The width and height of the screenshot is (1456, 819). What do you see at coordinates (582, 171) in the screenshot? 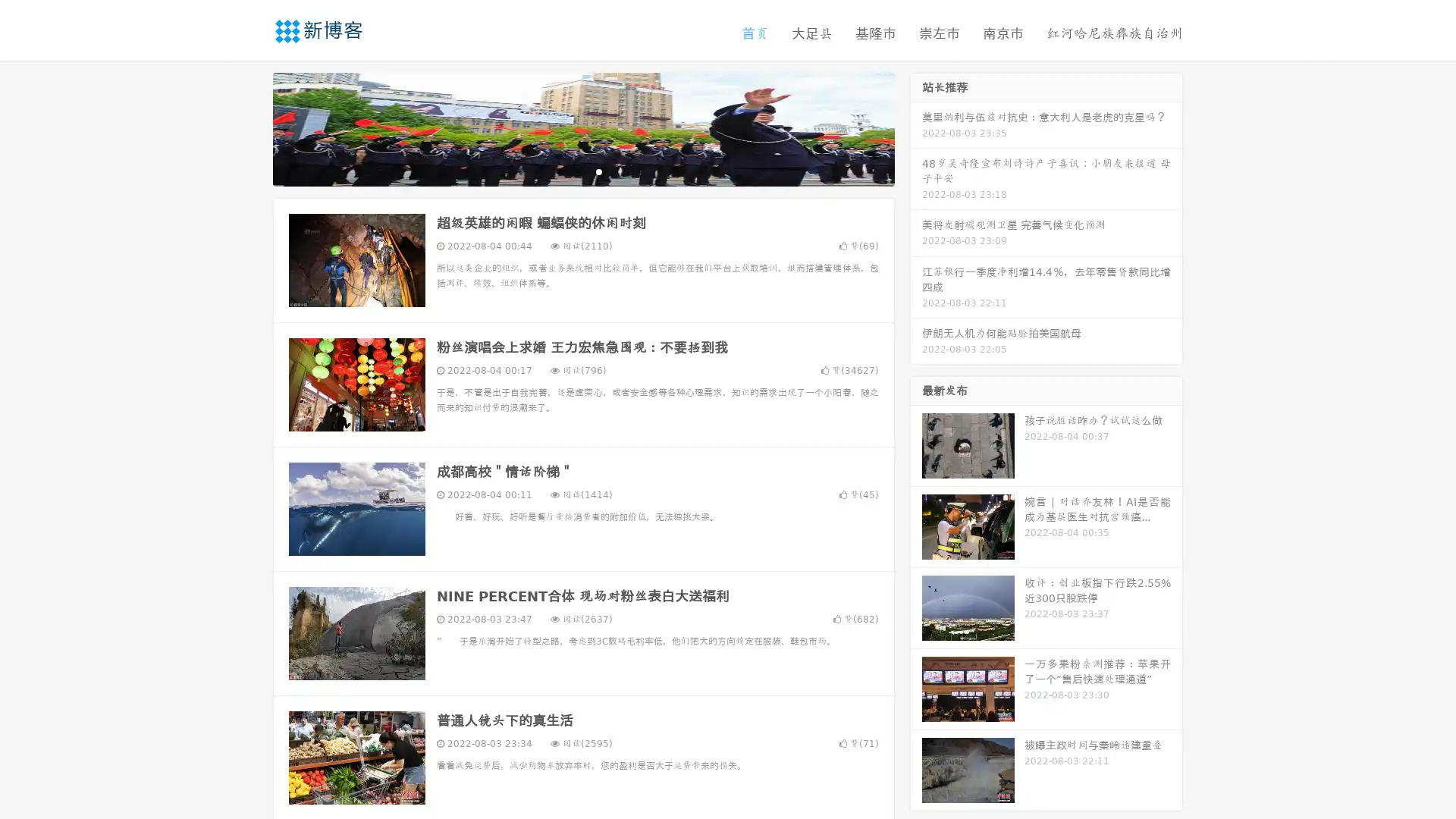
I see `Go to slide 2` at bounding box center [582, 171].